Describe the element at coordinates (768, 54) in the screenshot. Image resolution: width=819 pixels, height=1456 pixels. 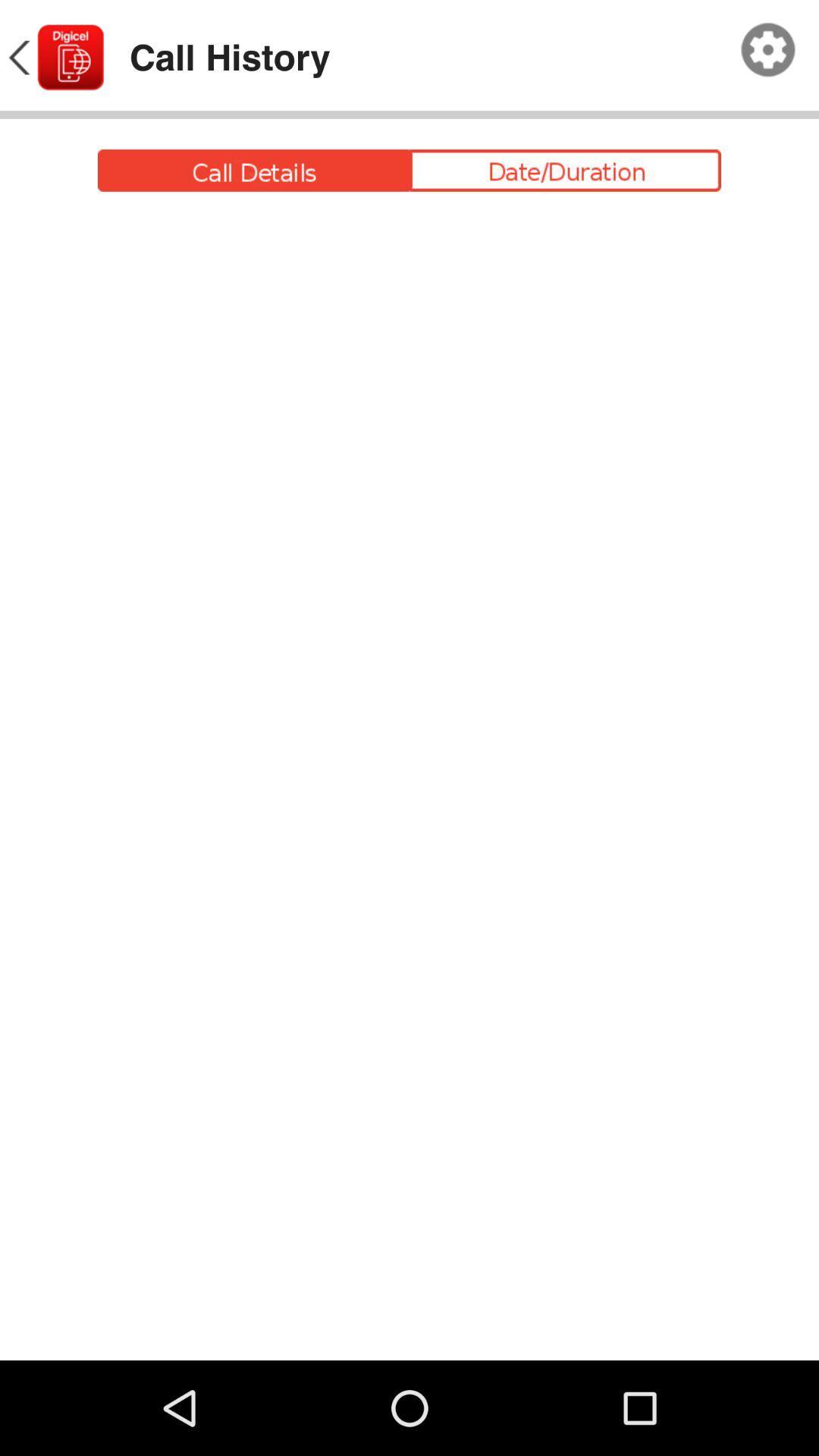
I see `the settings icon` at that location.